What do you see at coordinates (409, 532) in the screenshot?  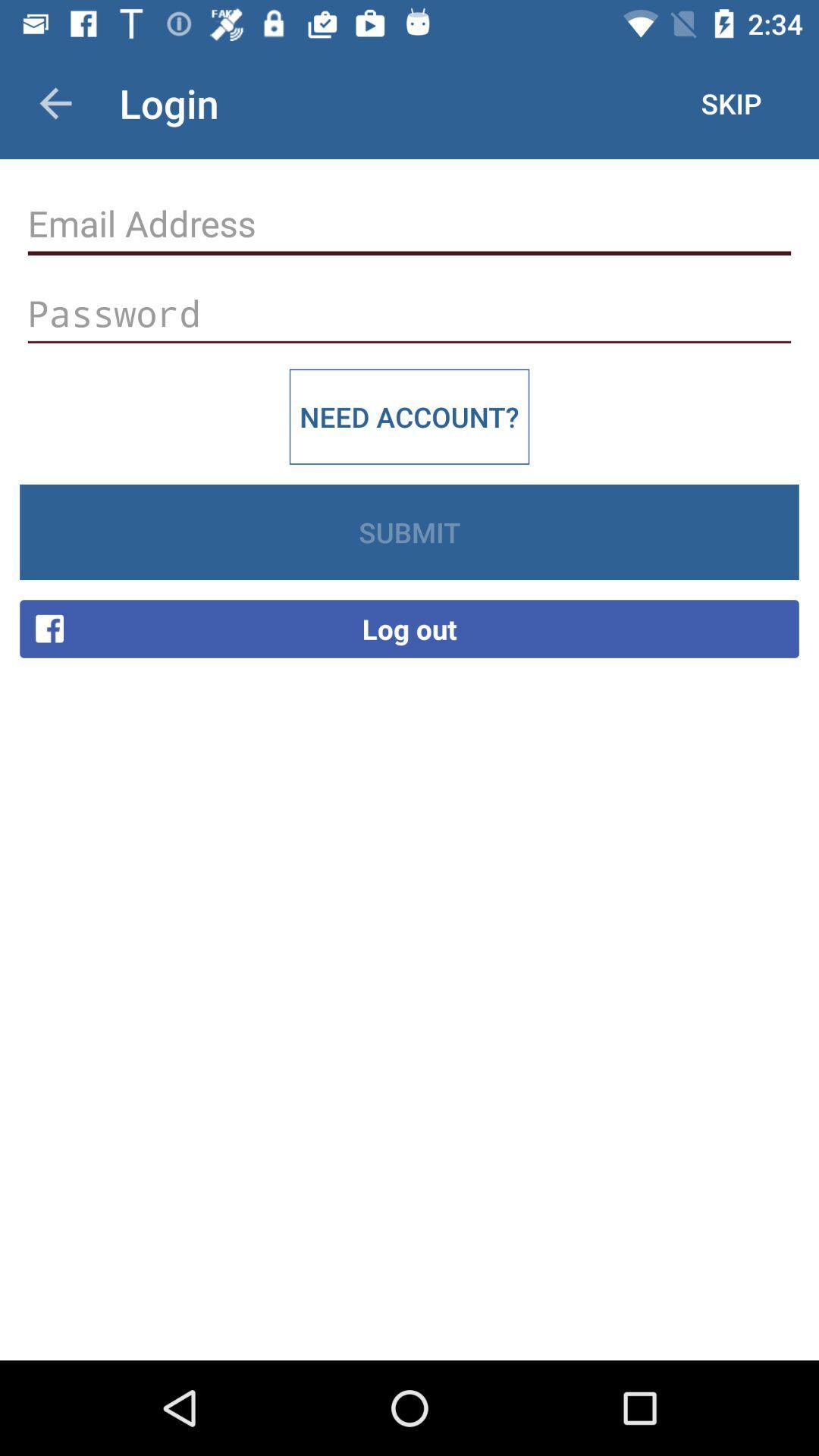 I see `the icon below the need account? item` at bounding box center [409, 532].